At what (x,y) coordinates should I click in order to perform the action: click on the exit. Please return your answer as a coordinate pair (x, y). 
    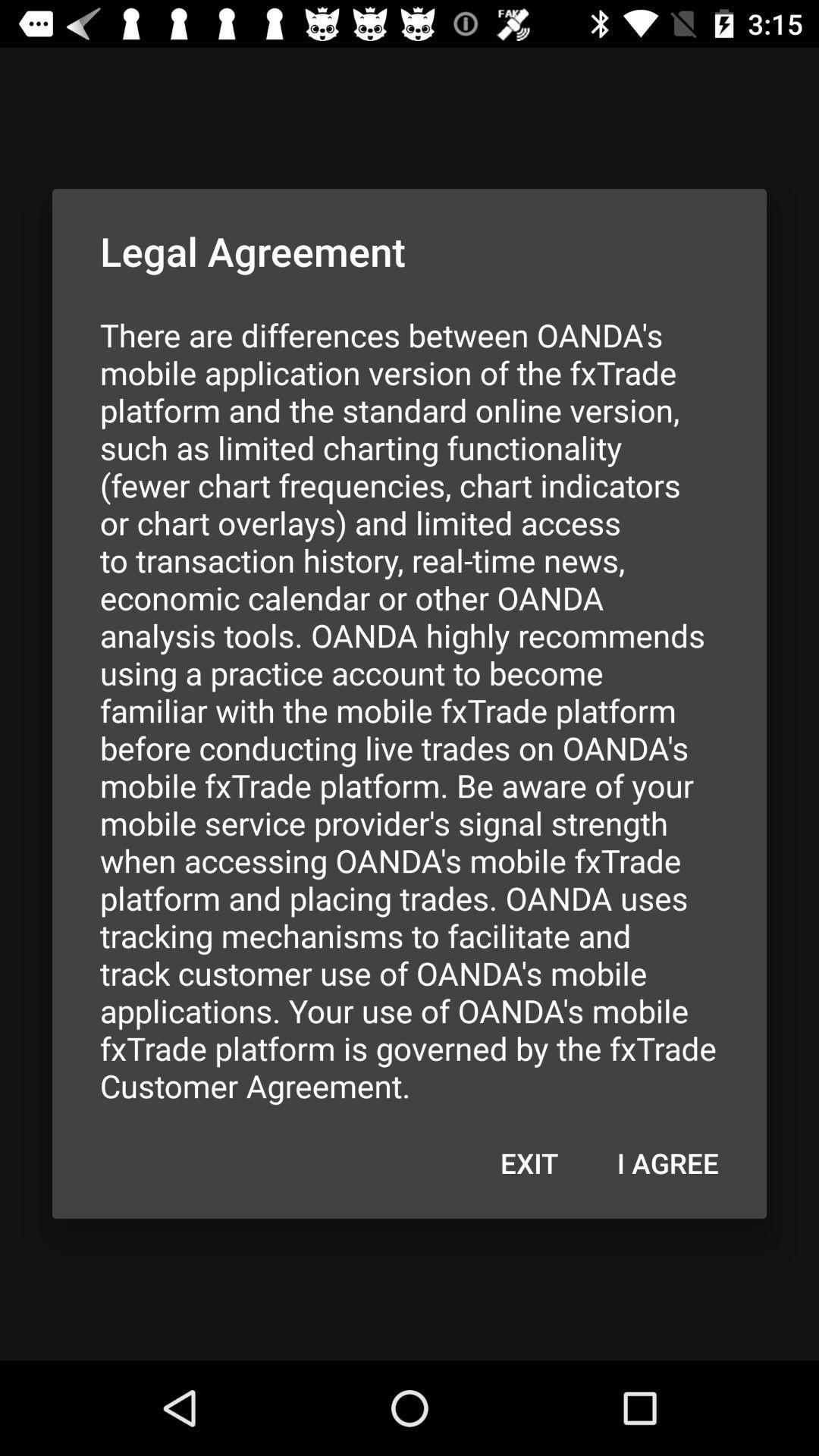
    Looking at the image, I should click on (529, 1162).